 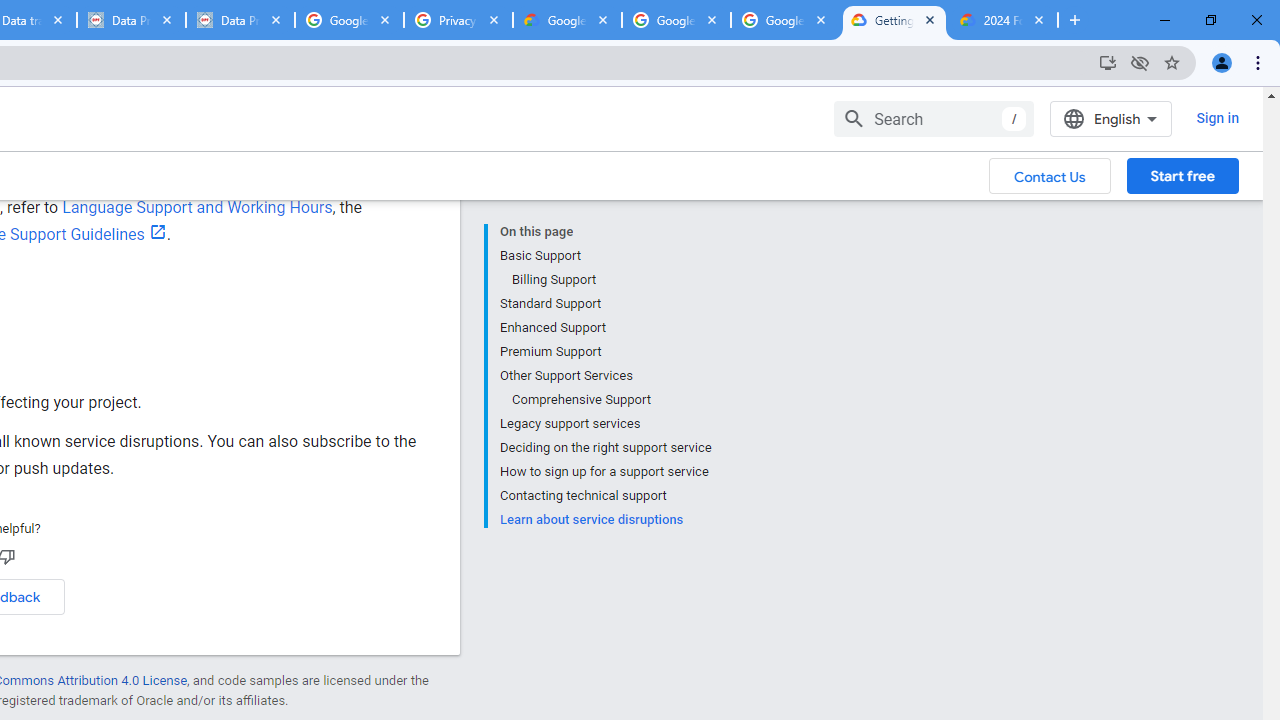 I want to click on 'Deciding on the right support service', so click(x=604, y=447).